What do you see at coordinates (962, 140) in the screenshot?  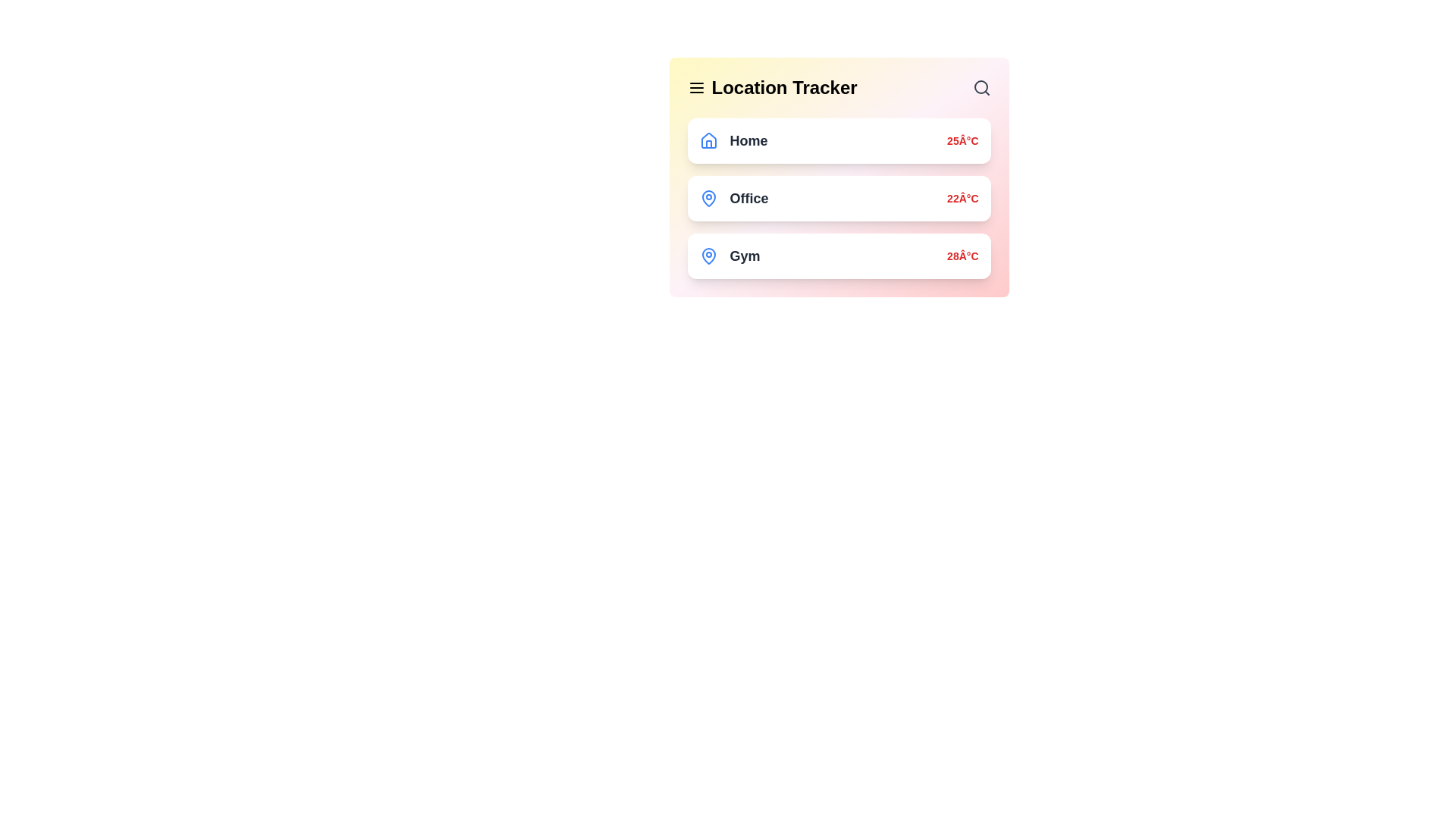 I see `the temperature value of Home to edit or inspect it` at bounding box center [962, 140].